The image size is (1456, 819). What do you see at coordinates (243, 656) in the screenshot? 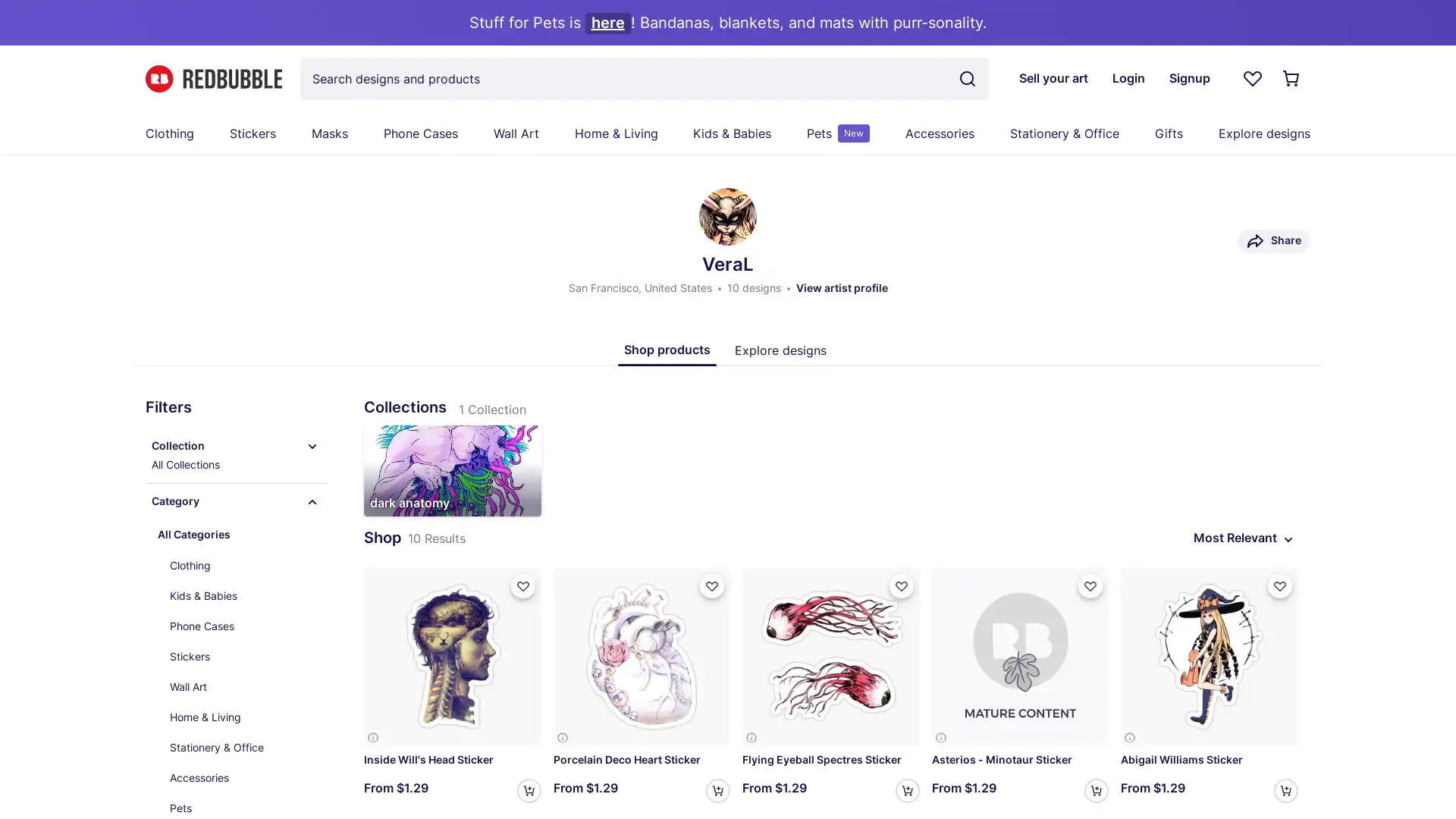
I see `Stickers` at bounding box center [243, 656].